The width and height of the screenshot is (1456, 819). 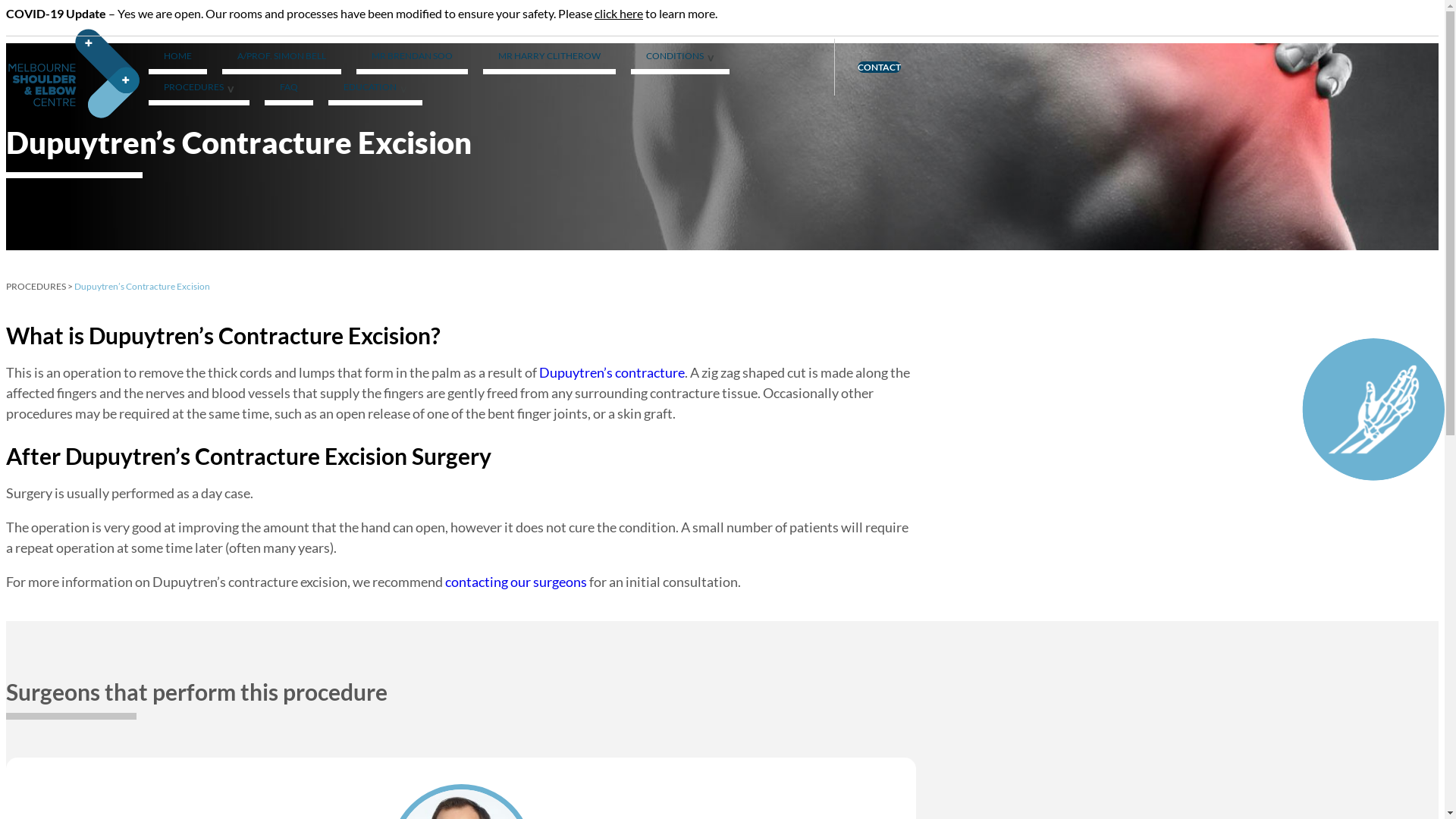 What do you see at coordinates (679, 58) in the screenshot?
I see `'CONDITIONS'` at bounding box center [679, 58].